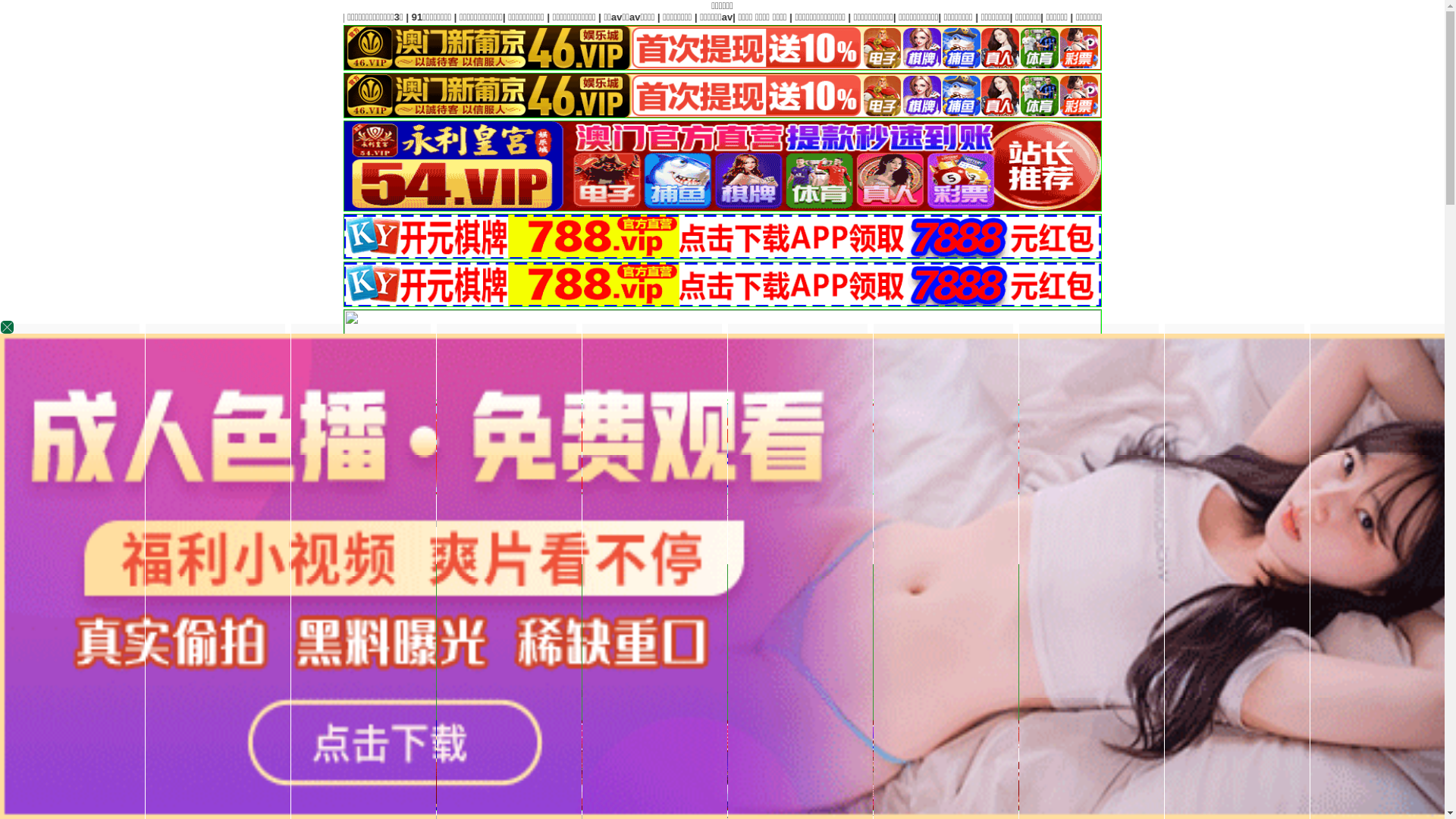 The width and height of the screenshot is (1456, 819). Describe the element at coordinates (1024, 17) in the screenshot. I see `'|'` at that location.